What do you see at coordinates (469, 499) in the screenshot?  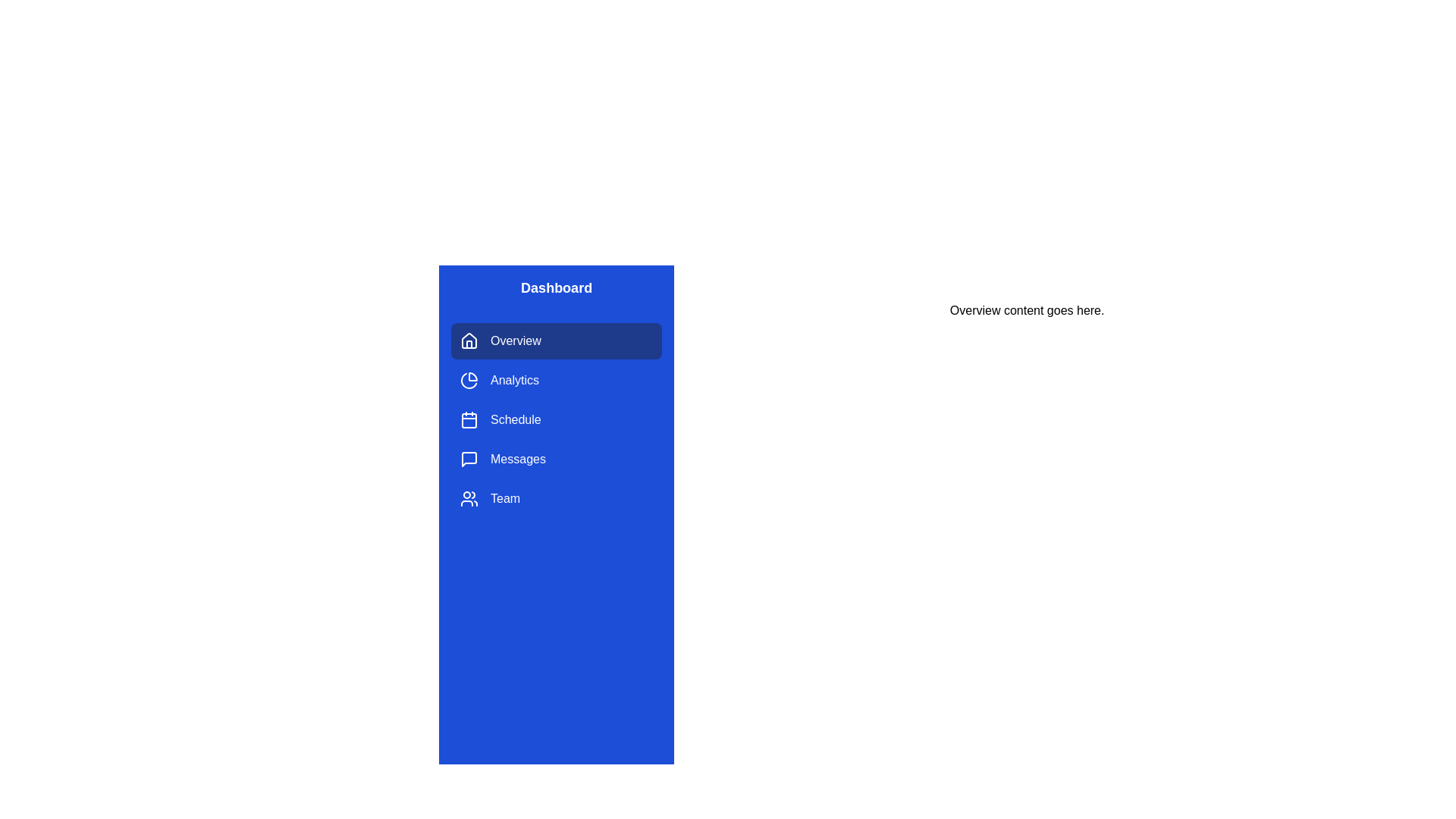 I see `the SVG icon resembling a group of people located under the 'Team' label in the sidebar menu` at bounding box center [469, 499].